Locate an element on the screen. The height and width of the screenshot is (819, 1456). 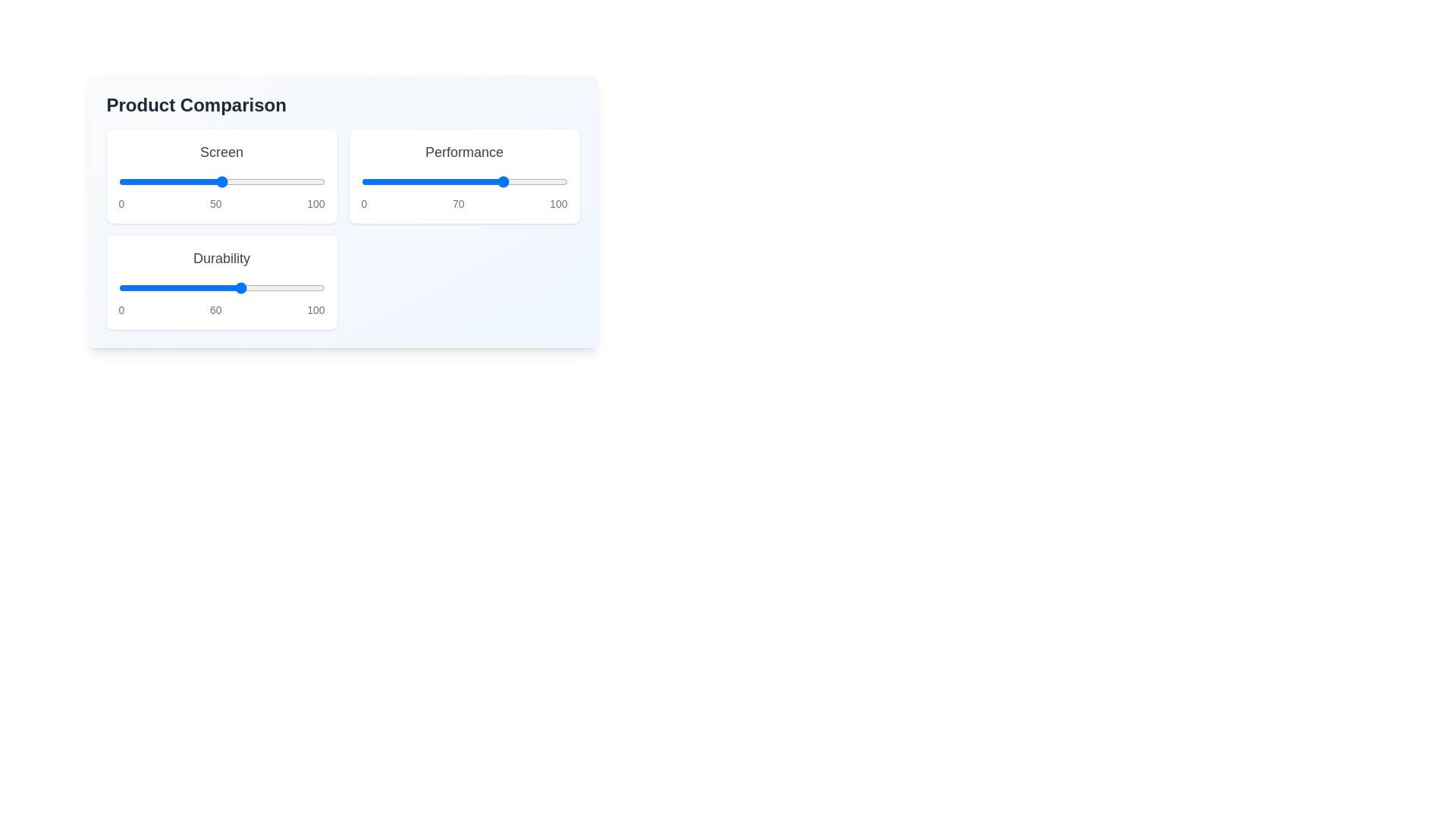
the 'Screen' slider to the value 32 is located at coordinates (184, 180).